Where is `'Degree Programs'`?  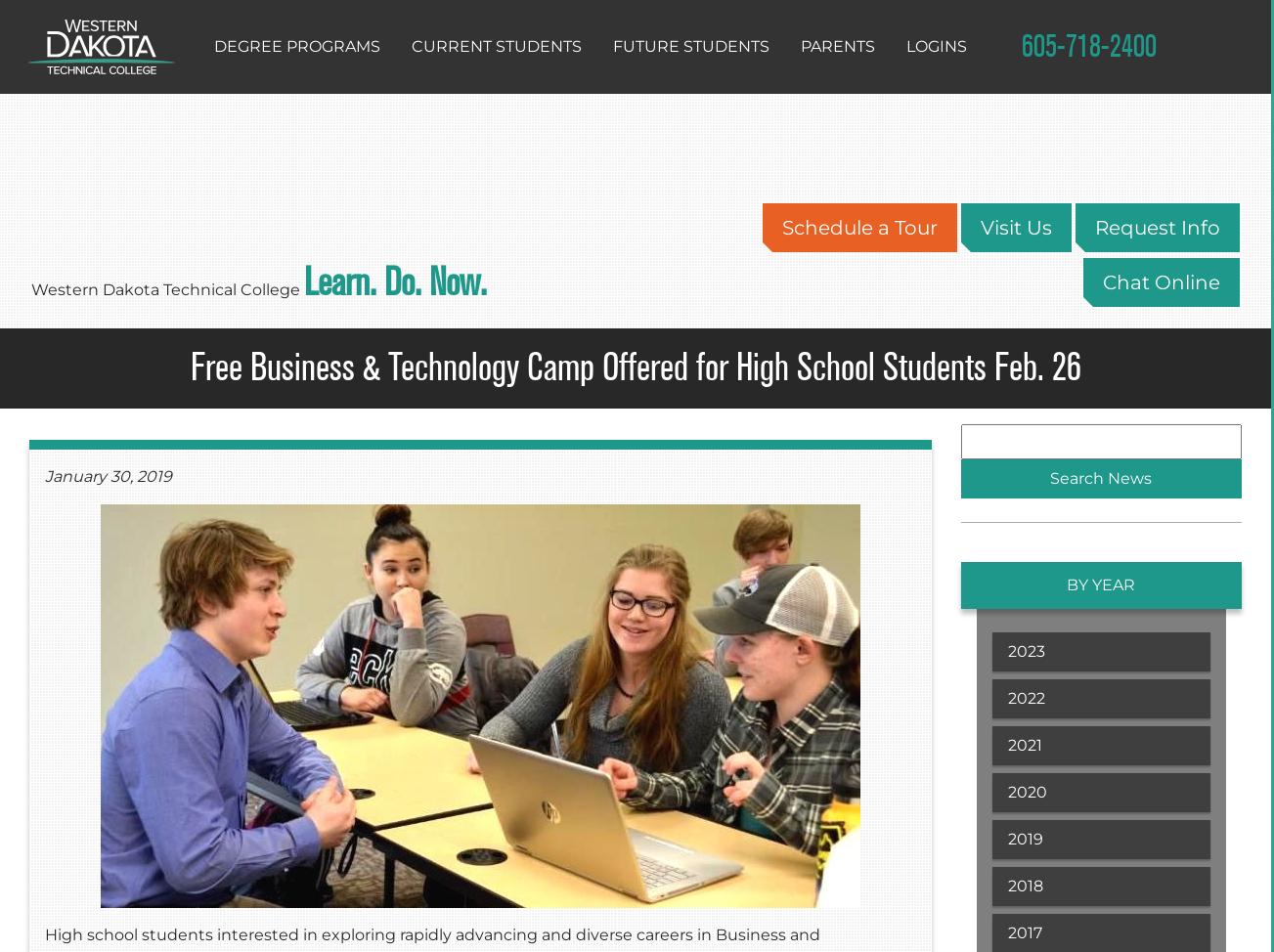 'Degree Programs' is located at coordinates (296, 46).